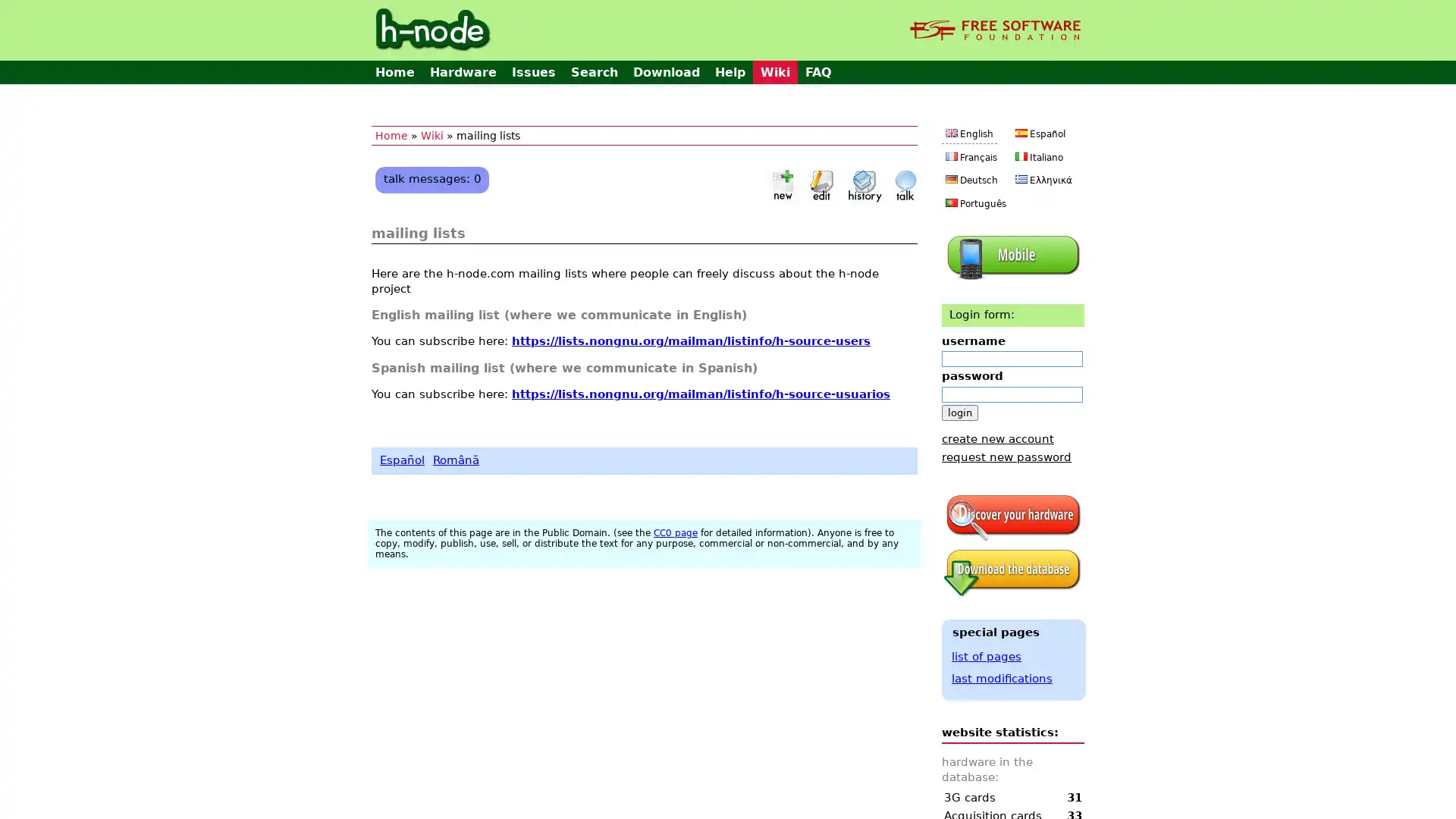 The image size is (1456, 819). I want to click on login, so click(959, 412).